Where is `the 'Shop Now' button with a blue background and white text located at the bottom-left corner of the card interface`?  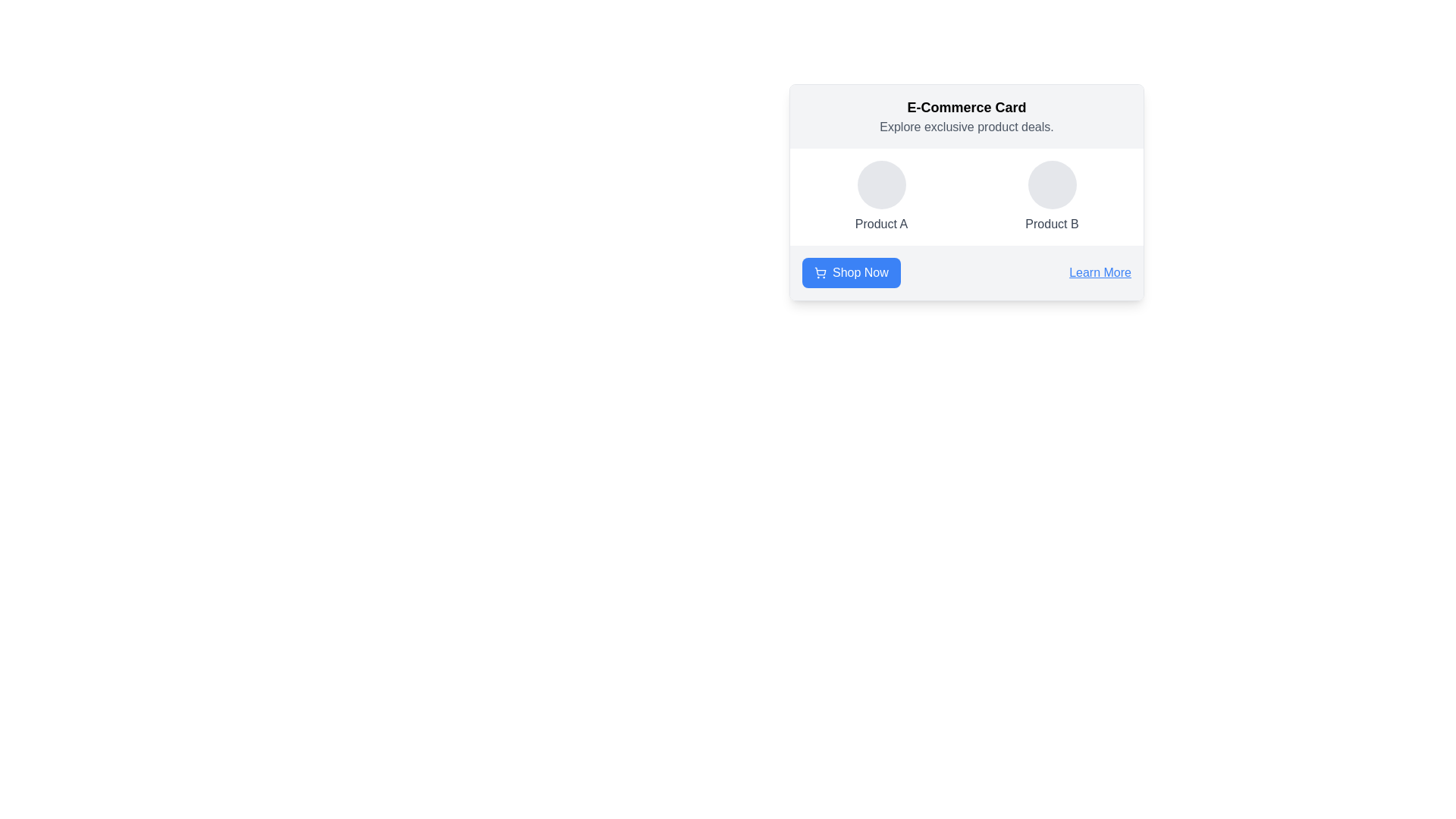
the 'Shop Now' button with a blue background and white text located at the bottom-left corner of the card interface is located at coordinates (860, 271).